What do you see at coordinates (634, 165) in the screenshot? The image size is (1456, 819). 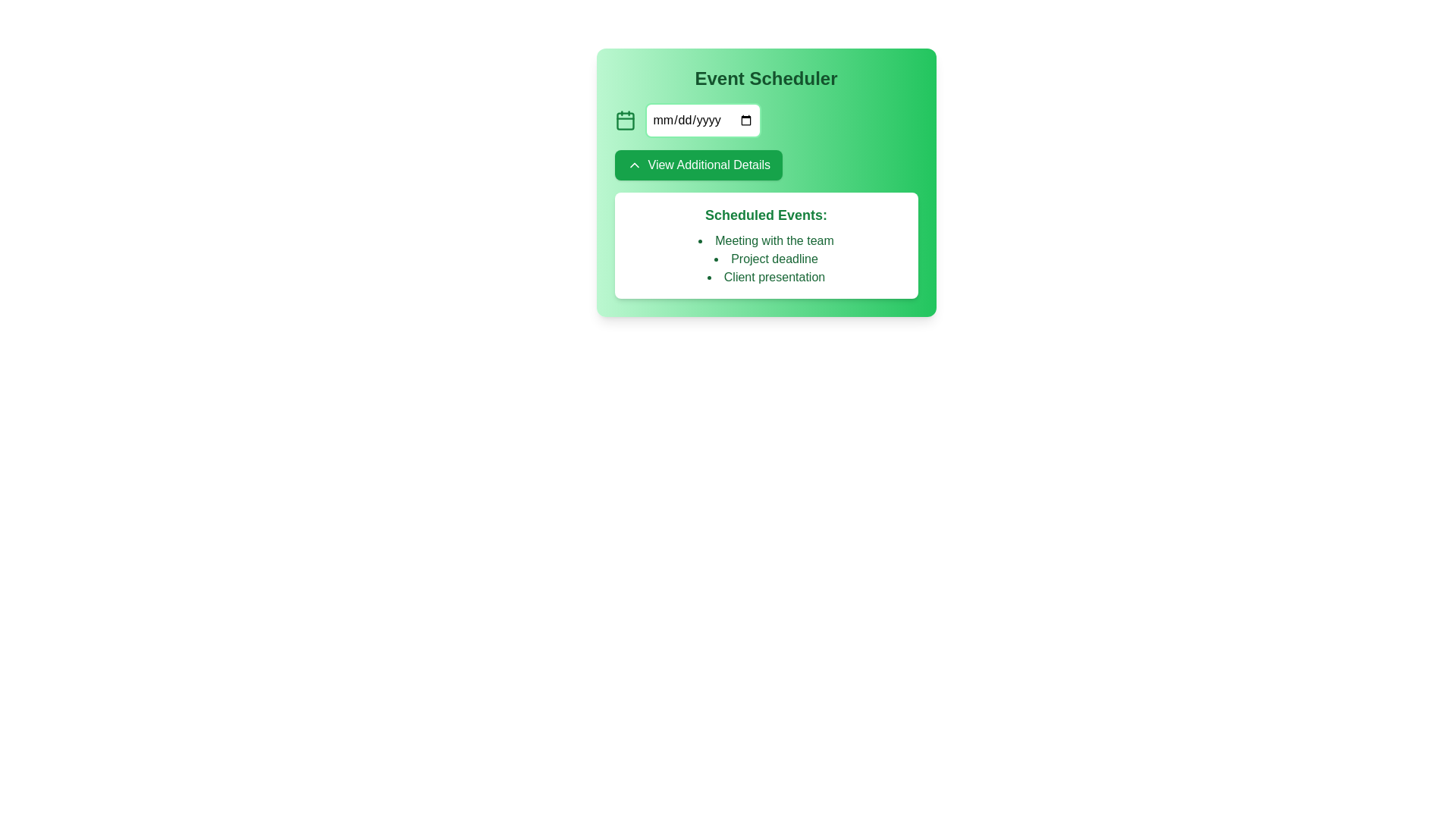 I see `the chevron icon pointing upwards, which is styled with white lines on a green background and located to the left within the 'View Additional Details' button` at bounding box center [634, 165].